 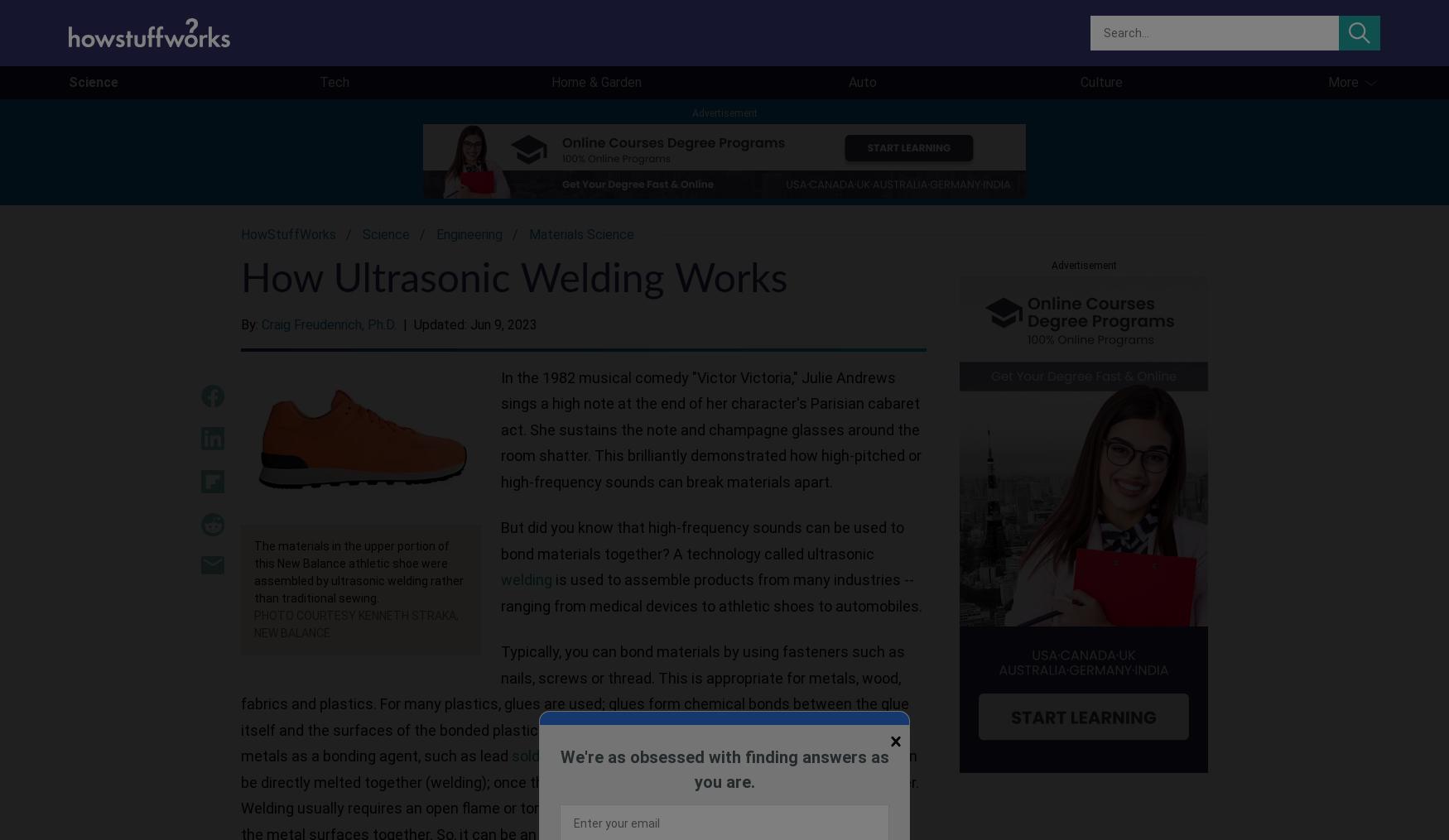 I want to click on 'Auto', so click(x=847, y=82).